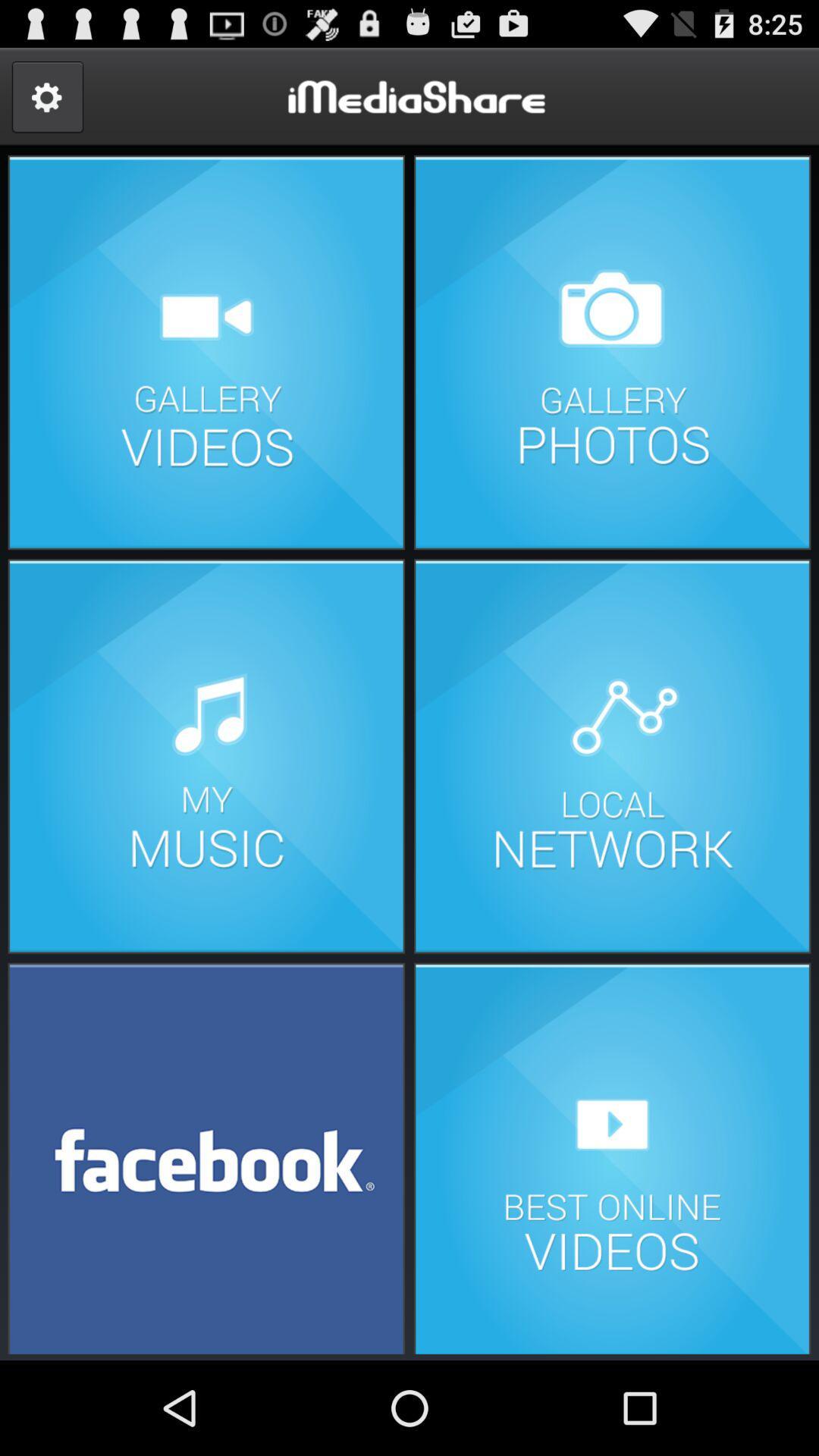 This screenshot has width=819, height=1456. I want to click on load local network, so click(611, 756).